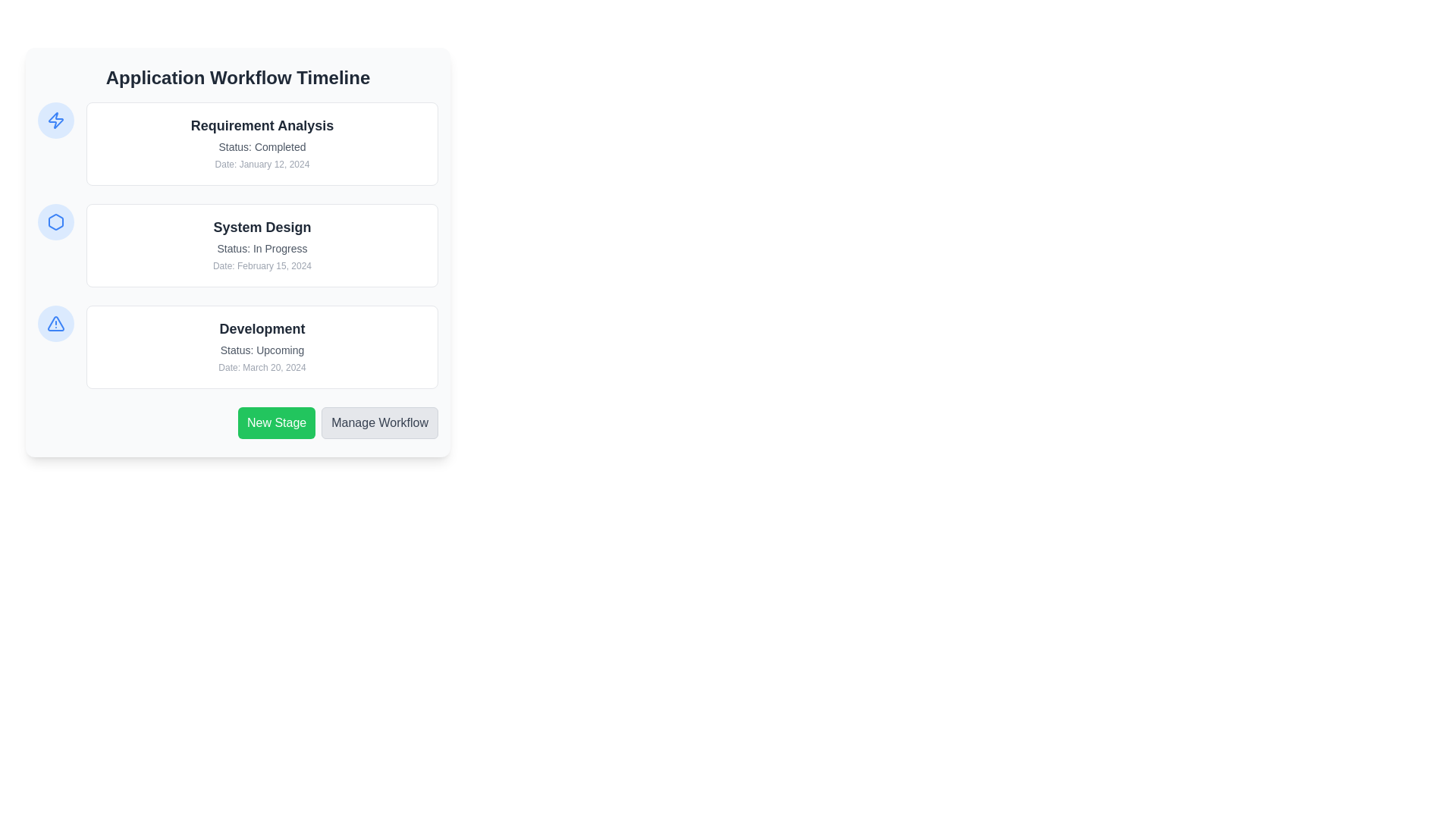  Describe the element at coordinates (262, 146) in the screenshot. I see `status indicator text located below 'Requirement Analysis' and above 'Date: January 12, 2024' in the upper left section of the layout` at that location.